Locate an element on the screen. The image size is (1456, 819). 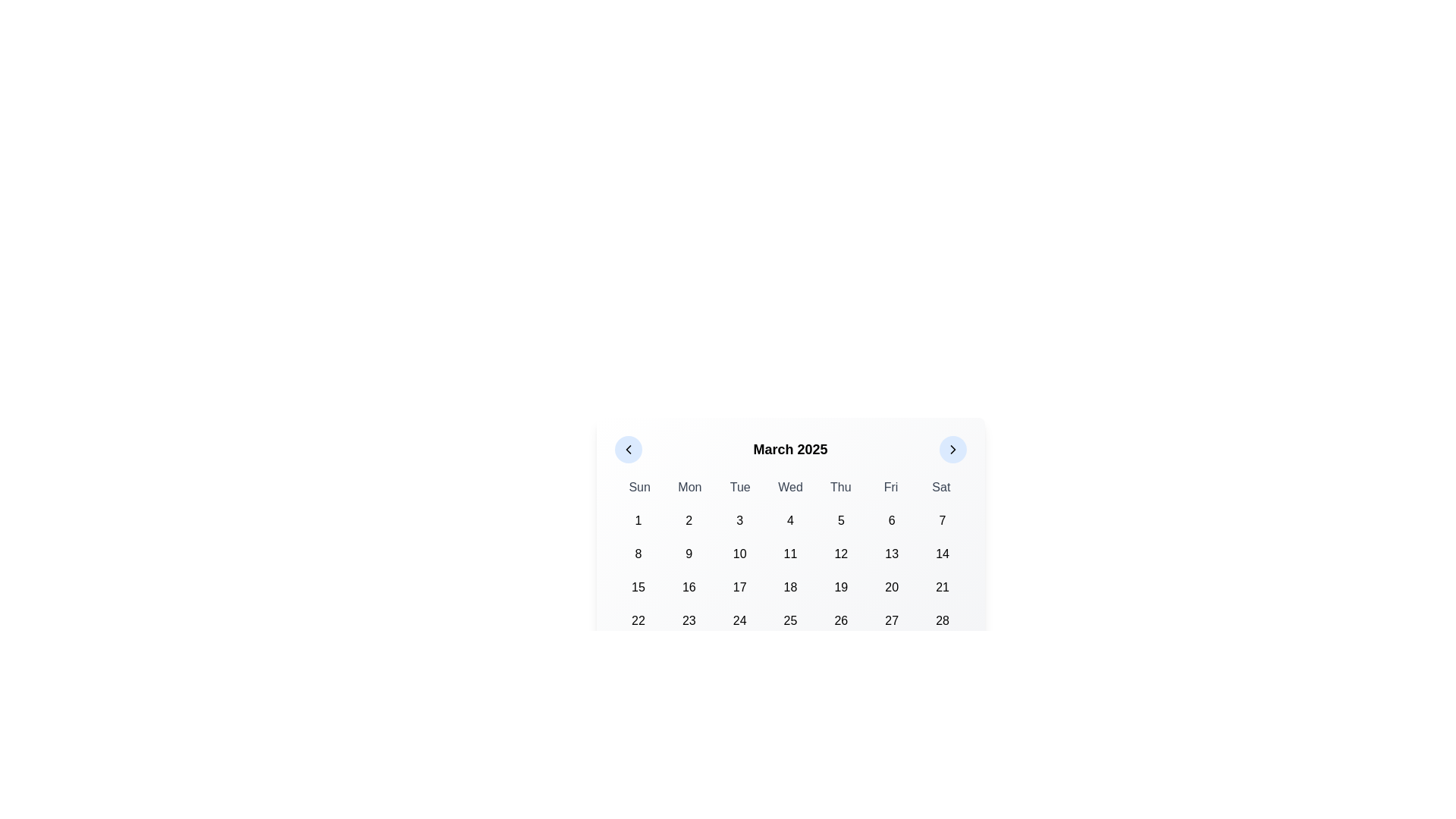
the button representing the date '8' in the March 2025 calendar is located at coordinates (638, 554).